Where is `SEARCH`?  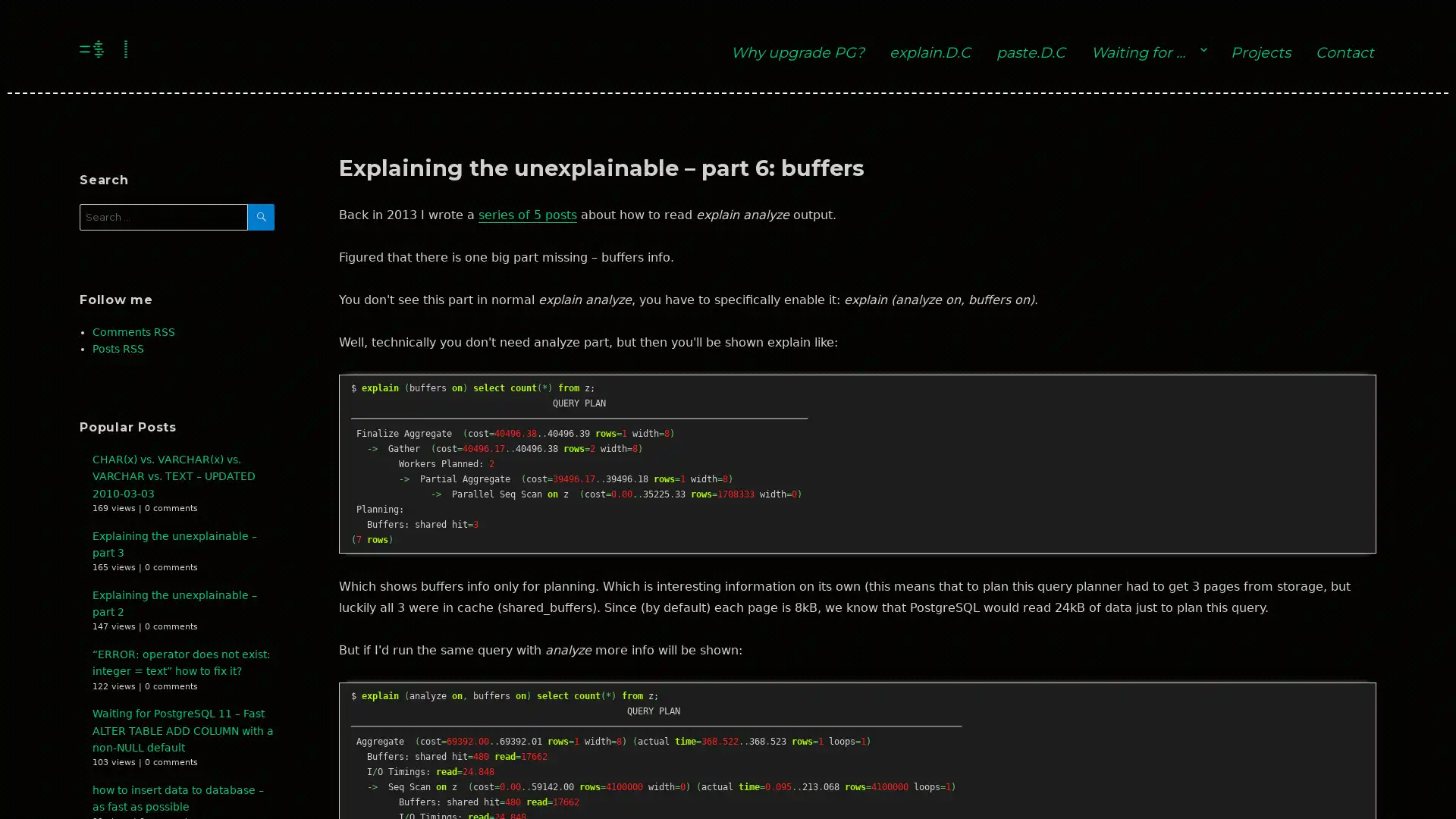 SEARCH is located at coordinates (260, 216).